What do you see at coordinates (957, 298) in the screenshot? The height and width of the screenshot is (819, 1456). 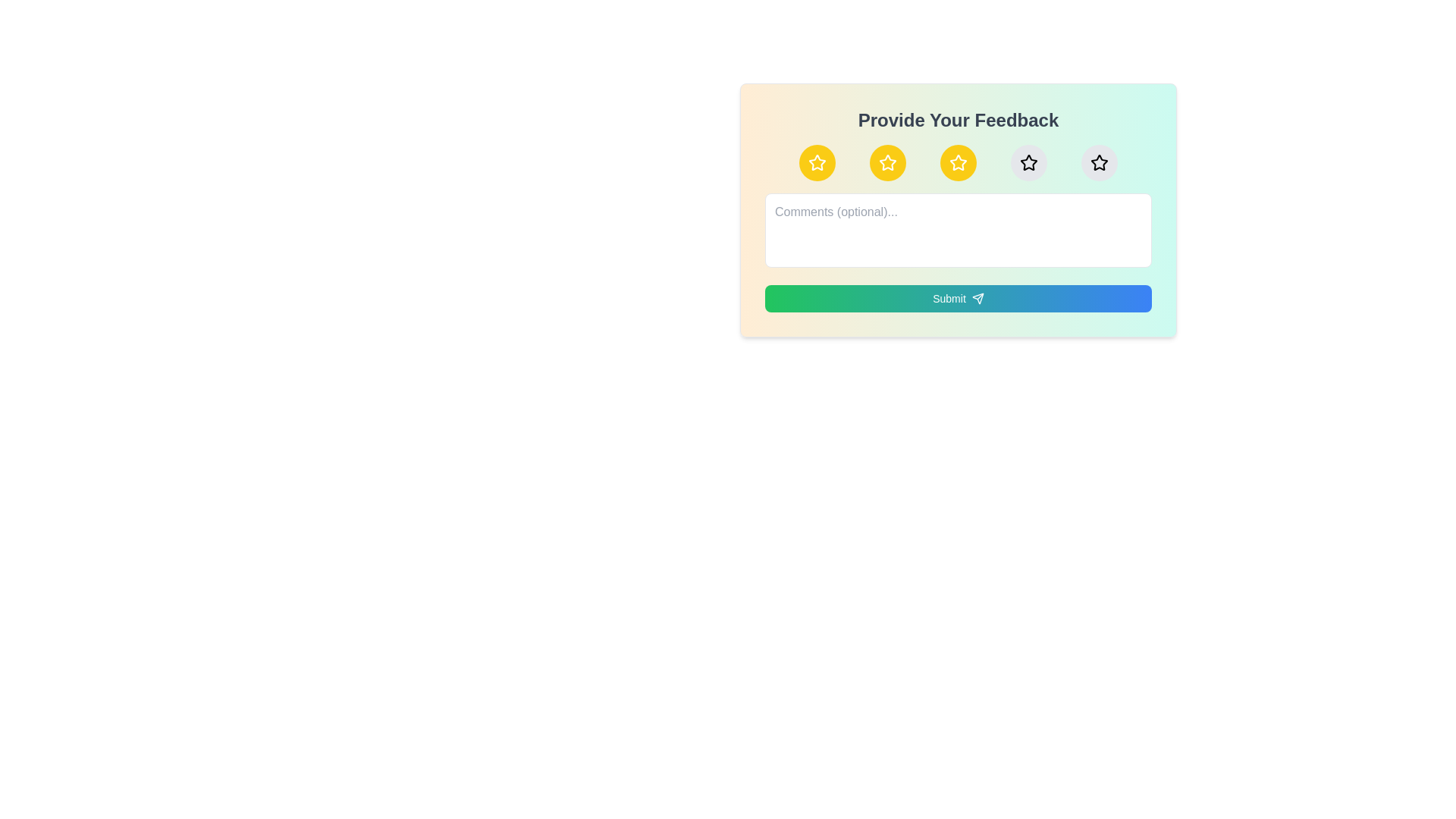 I see `the submit button to submit the feedback` at bounding box center [957, 298].